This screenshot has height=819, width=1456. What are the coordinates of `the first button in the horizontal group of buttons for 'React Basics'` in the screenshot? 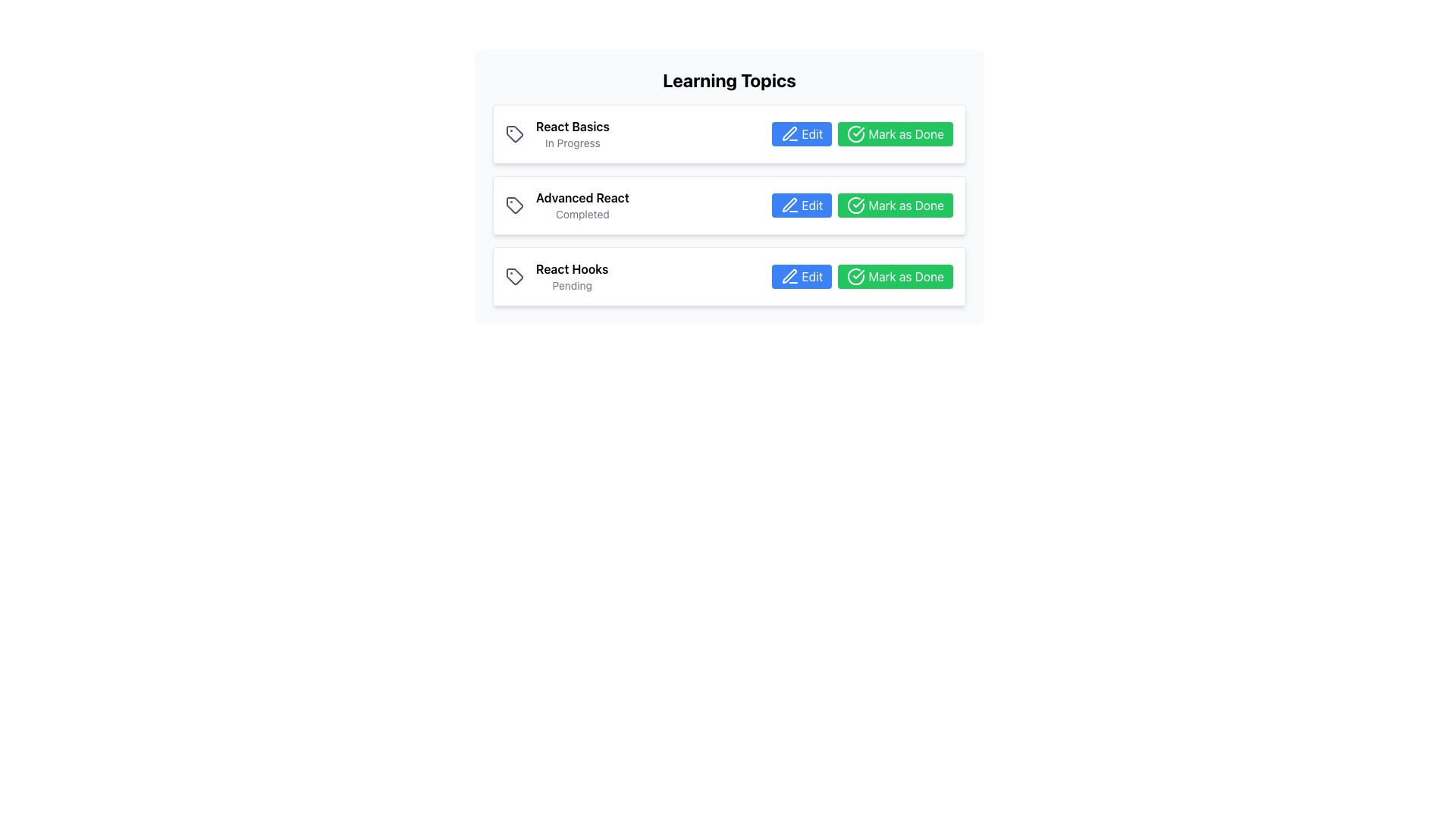 It's located at (800, 133).